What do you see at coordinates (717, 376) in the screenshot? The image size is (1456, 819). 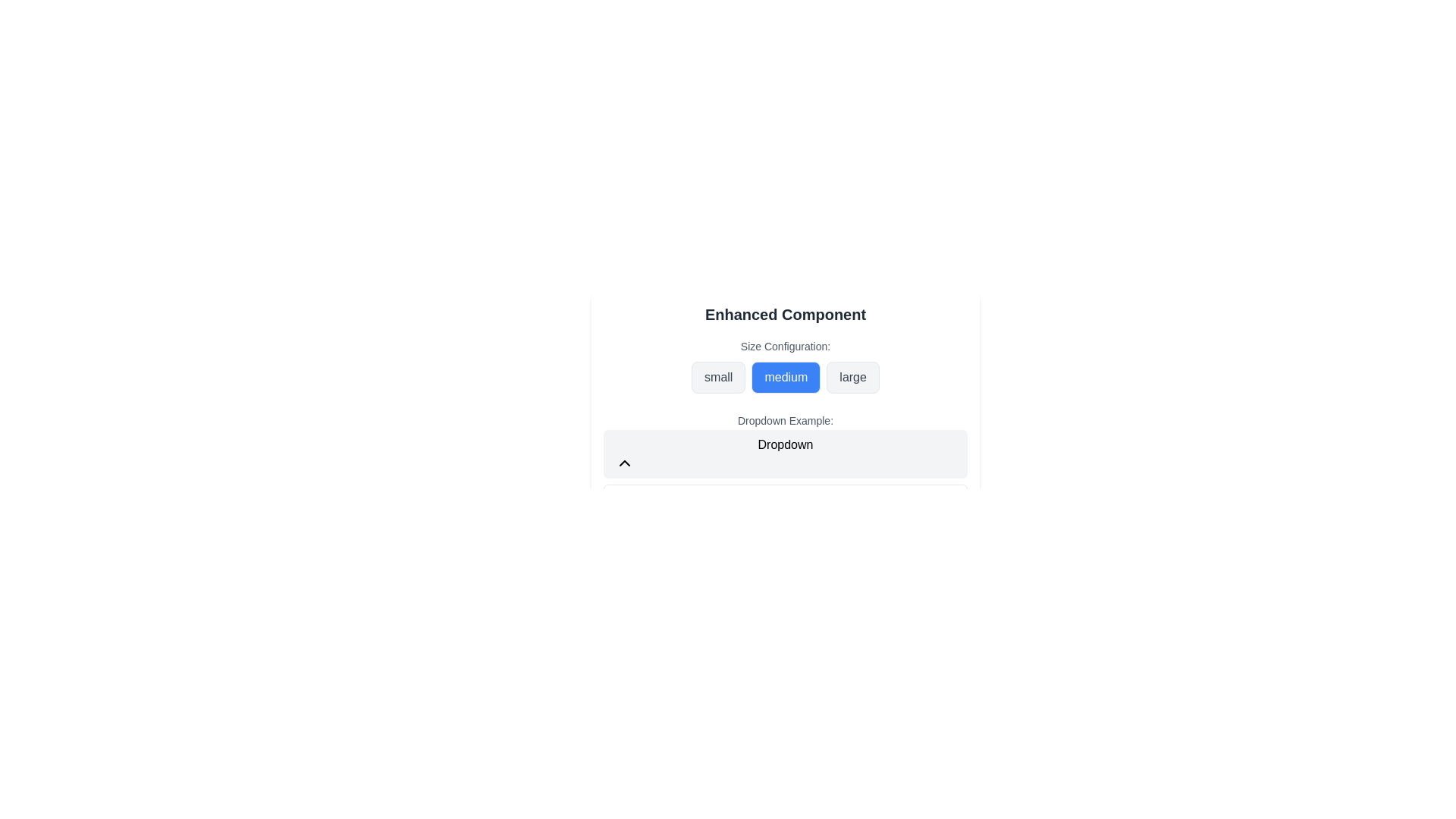 I see `the 'small' button, which is styled with a rounded border, light gray background, and dark gray text, located under the 'Enhanced Component' heading` at bounding box center [717, 376].